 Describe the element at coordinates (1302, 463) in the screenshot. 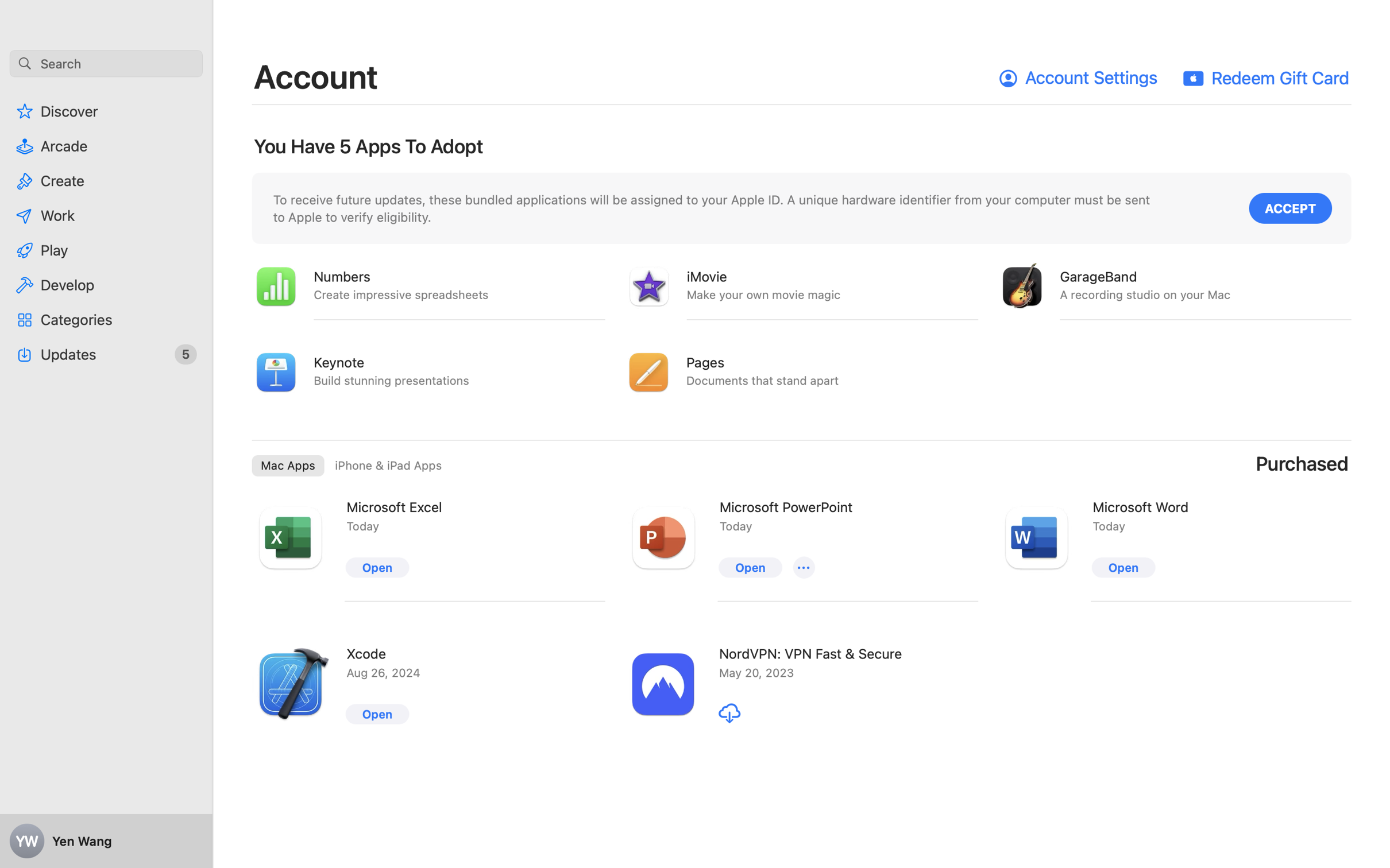

I see `'Purchased'` at that location.